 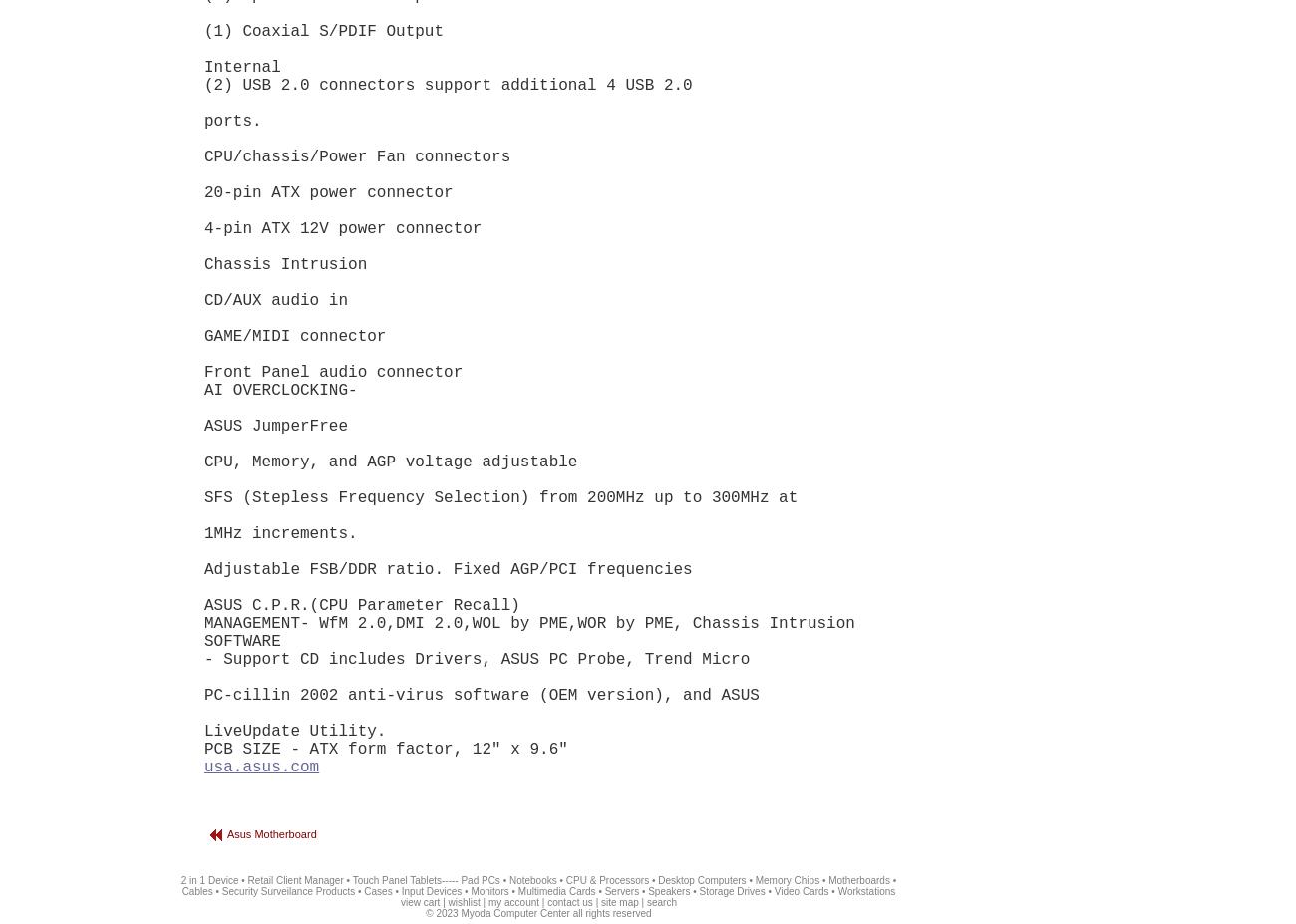 What do you see at coordinates (604, 891) in the screenshot?
I see `'Servers'` at bounding box center [604, 891].